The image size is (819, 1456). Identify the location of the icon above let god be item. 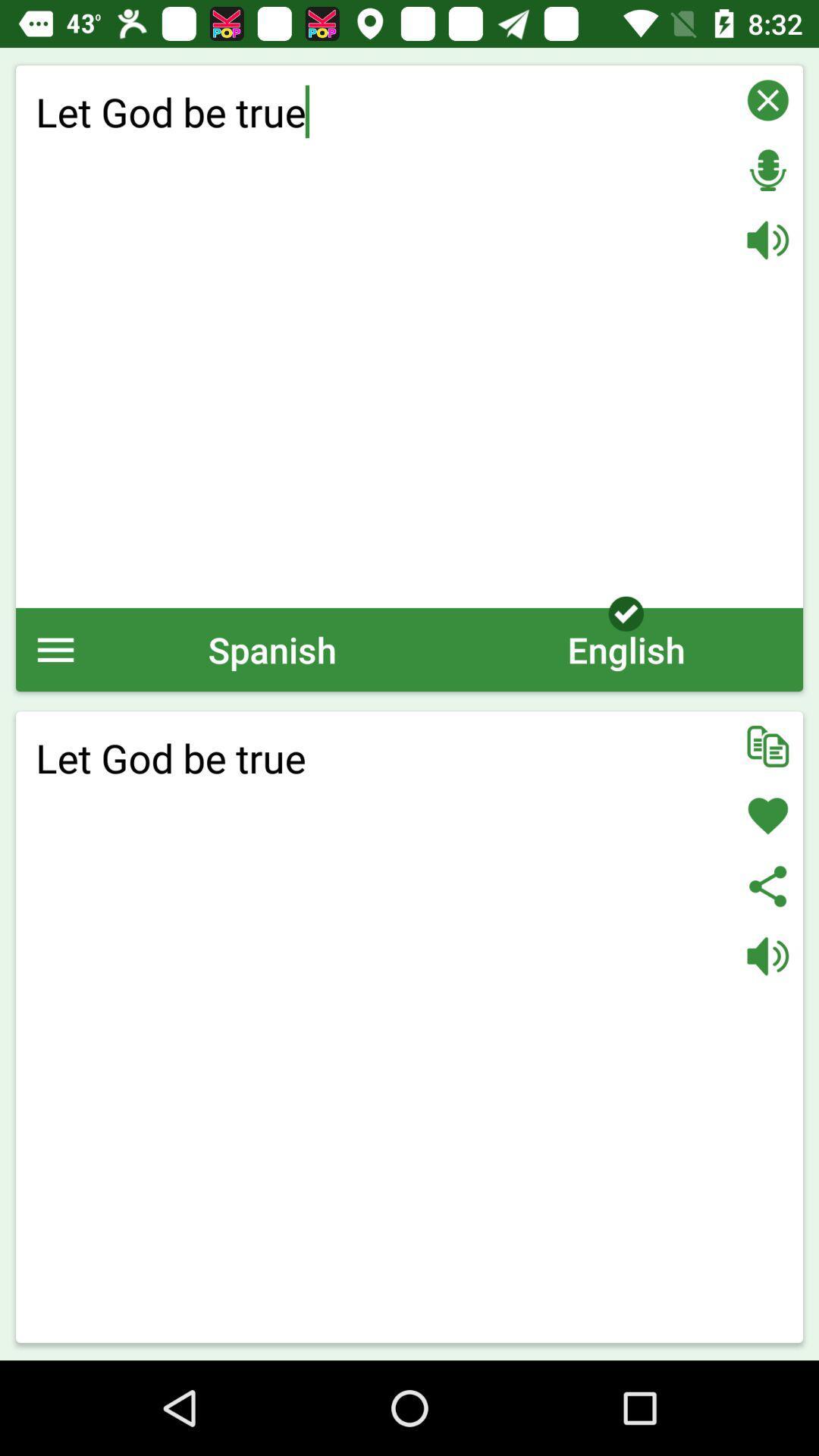
(55, 649).